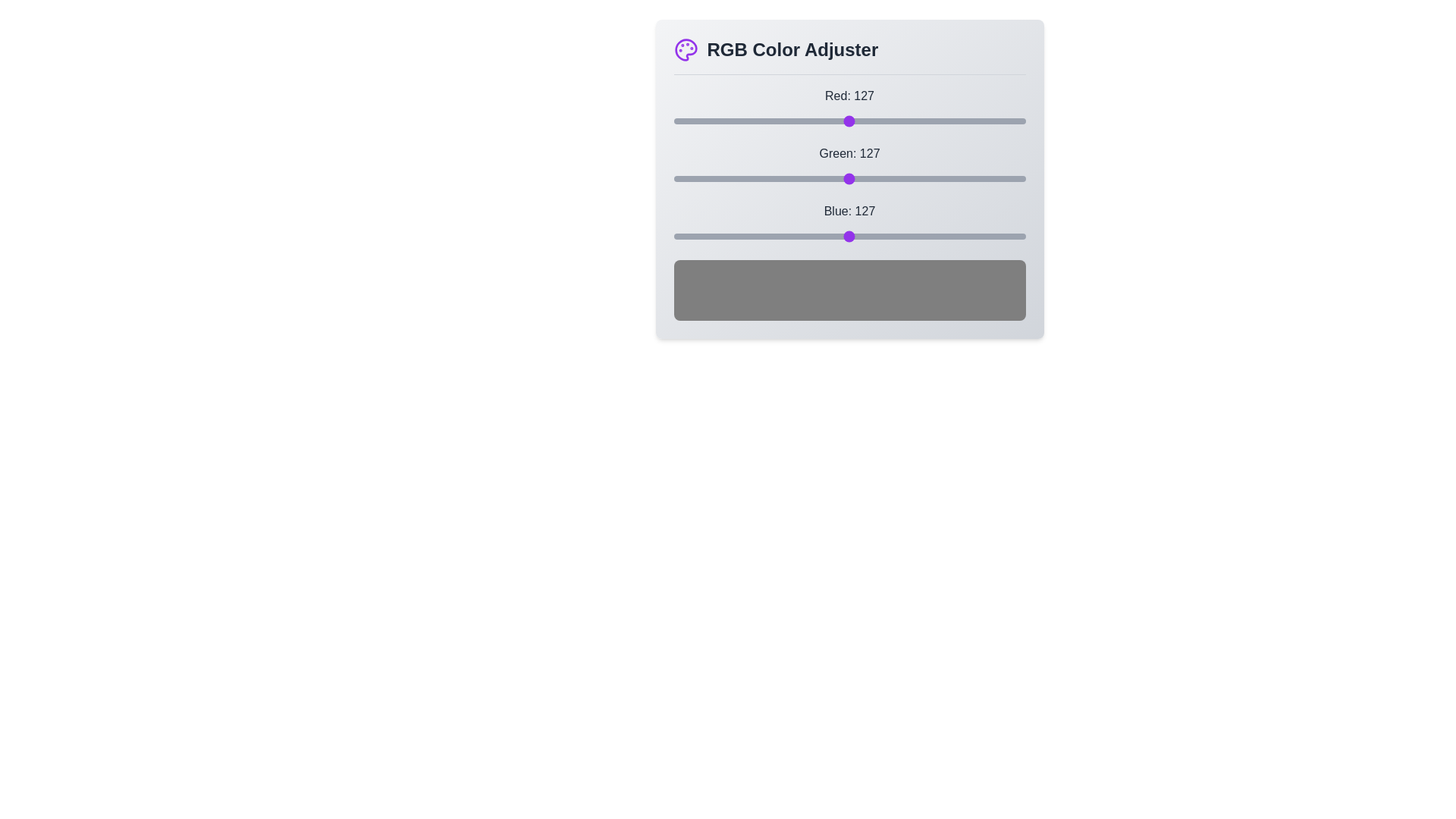 This screenshot has height=819, width=1456. I want to click on the green slider to set the green value to 138, so click(864, 177).